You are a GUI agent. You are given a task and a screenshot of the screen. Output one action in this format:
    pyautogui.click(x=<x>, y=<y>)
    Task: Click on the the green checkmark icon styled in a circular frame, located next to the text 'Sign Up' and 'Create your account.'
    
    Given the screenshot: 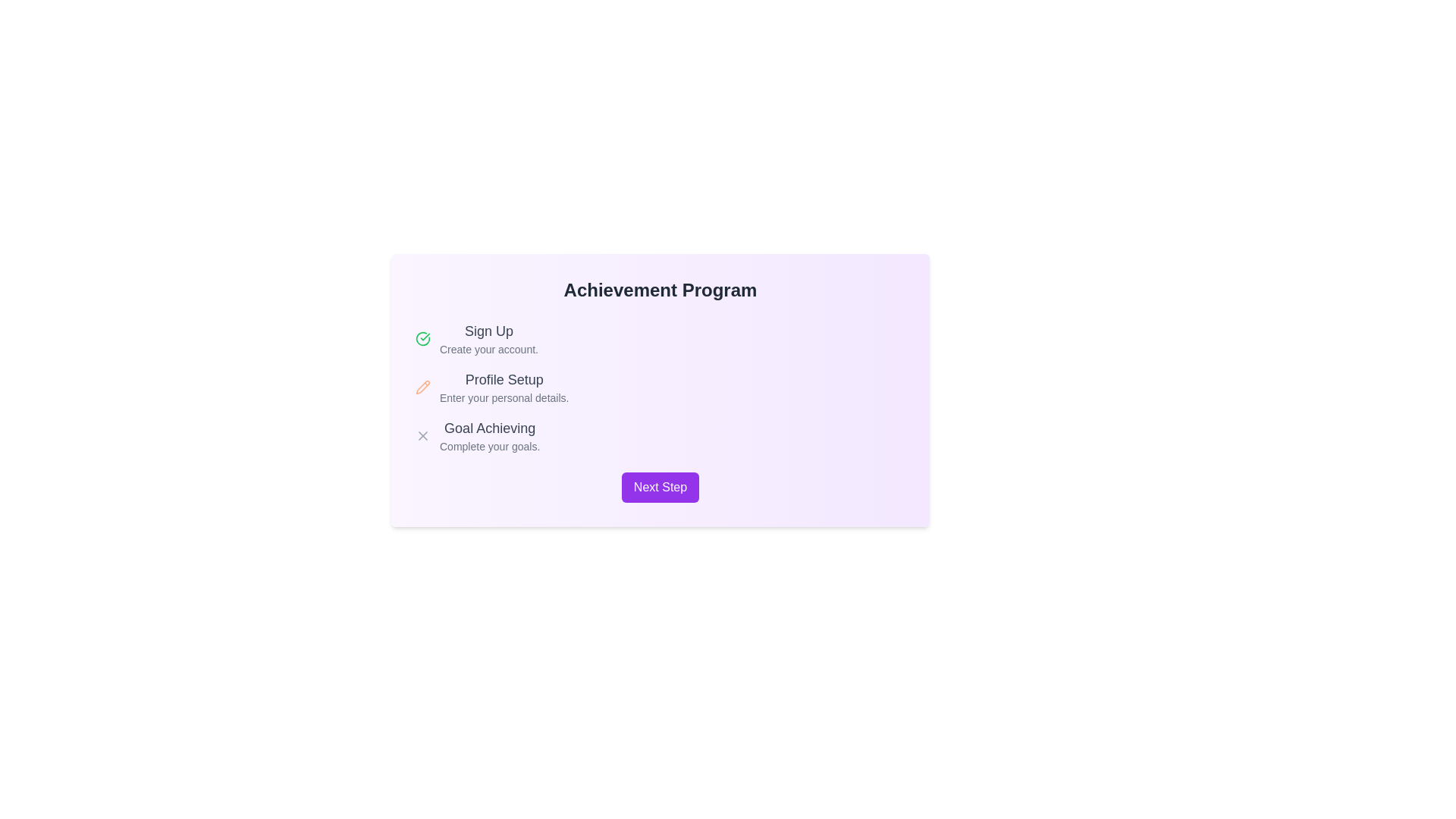 What is the action you would take?
    pyautogui.click(x=422, y=338)
    